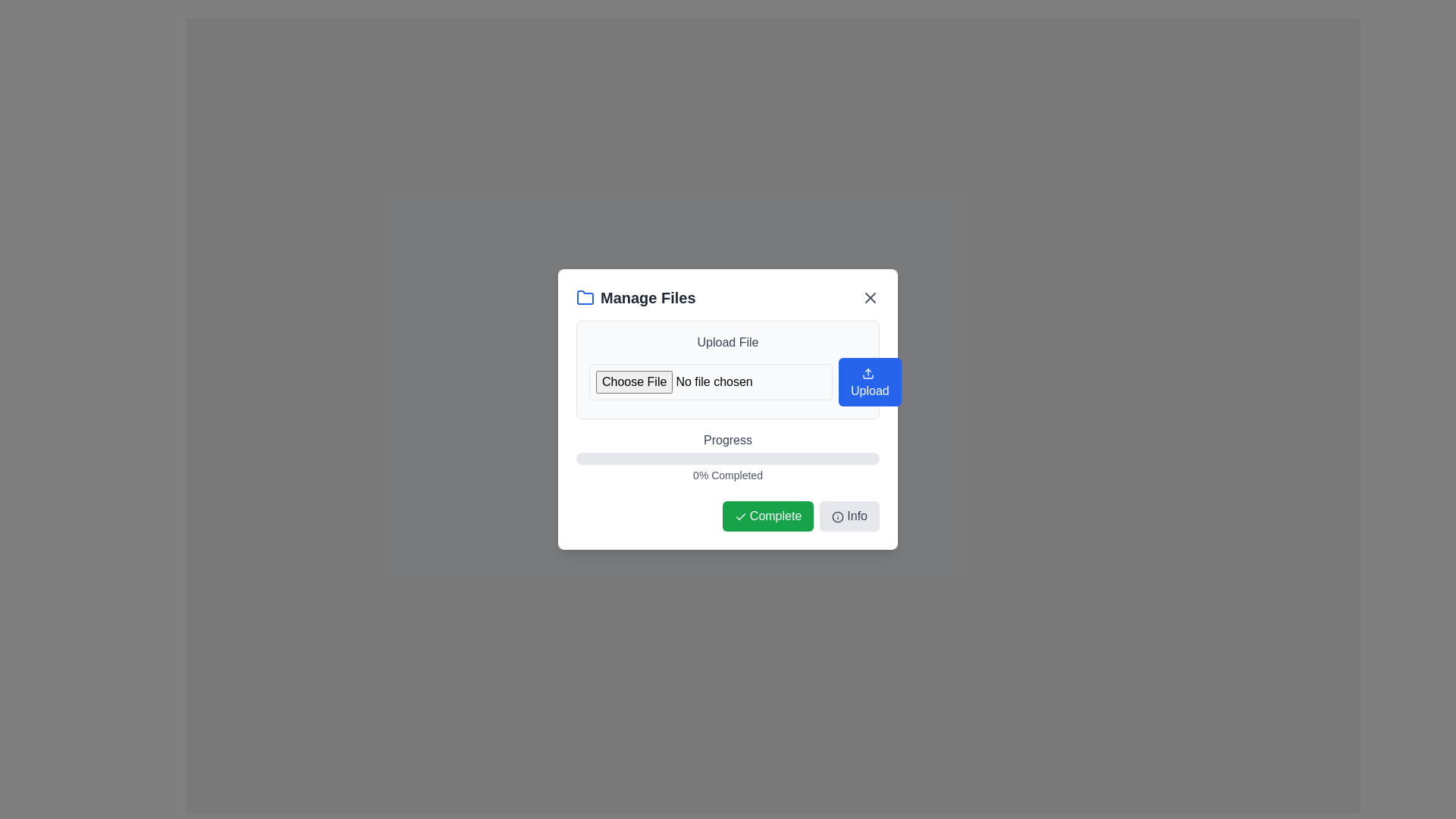 Image resolution: width=1456 pixels, height=819 pixels. Describe the element at coordinates (870, 381) in the screenshot. I see `the upload button located to the right of the 'Choose File No file chosen' input in the 'Manage Files' modal` at that location.